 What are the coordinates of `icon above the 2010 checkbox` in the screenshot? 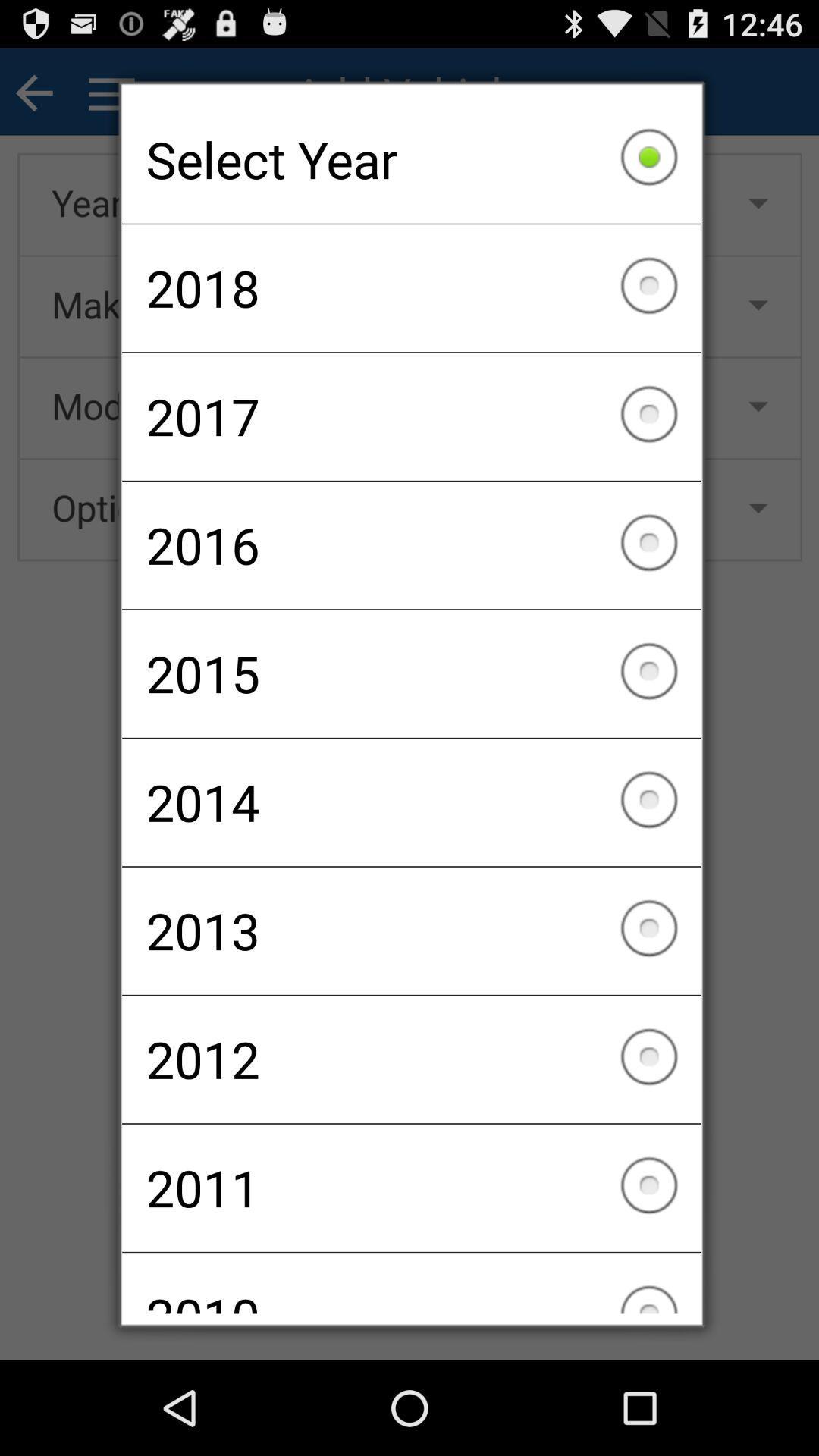 It's located at (411, 1187).